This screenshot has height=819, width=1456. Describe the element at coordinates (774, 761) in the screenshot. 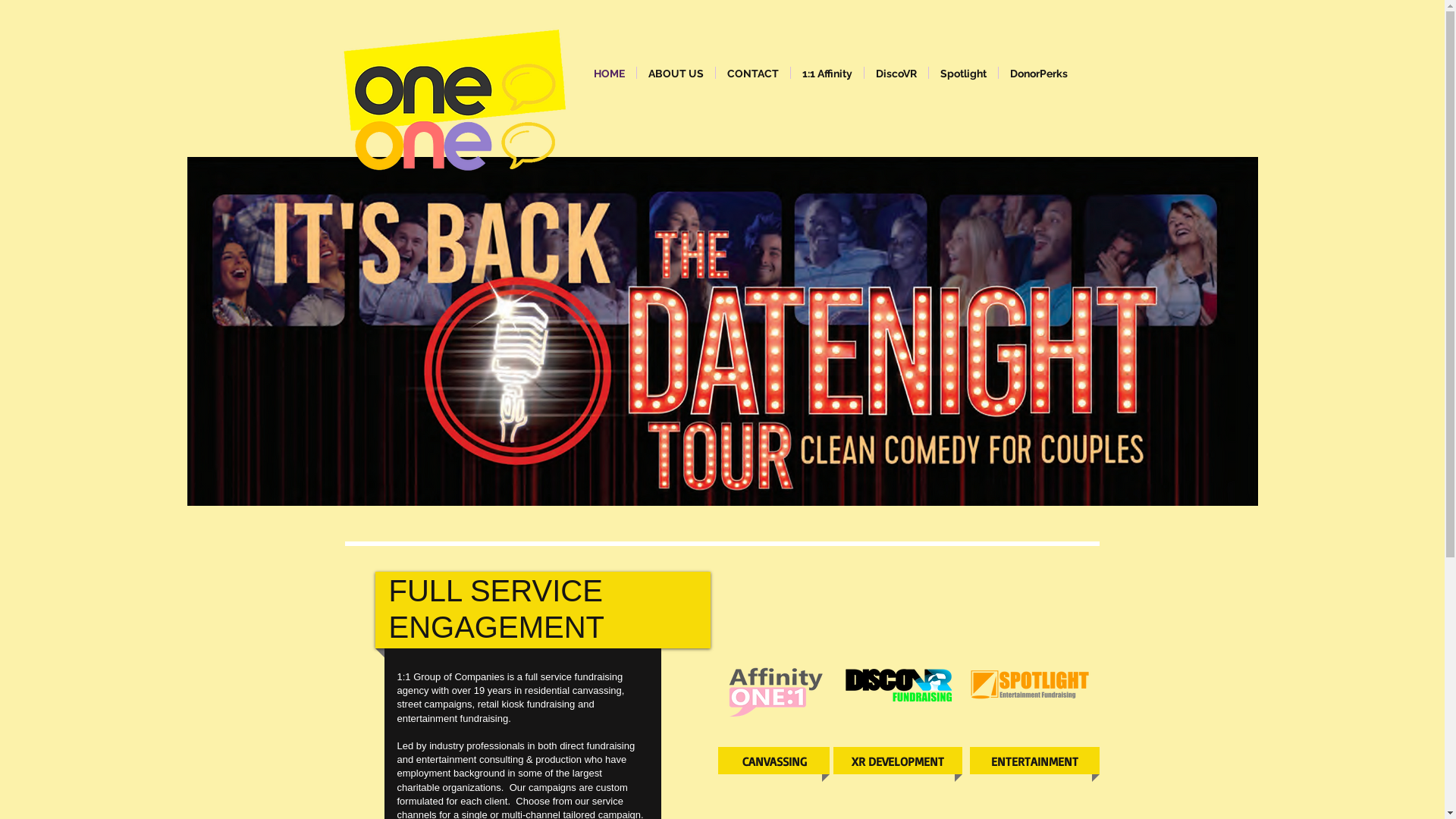

I see `'CANVASSING'` at that location.